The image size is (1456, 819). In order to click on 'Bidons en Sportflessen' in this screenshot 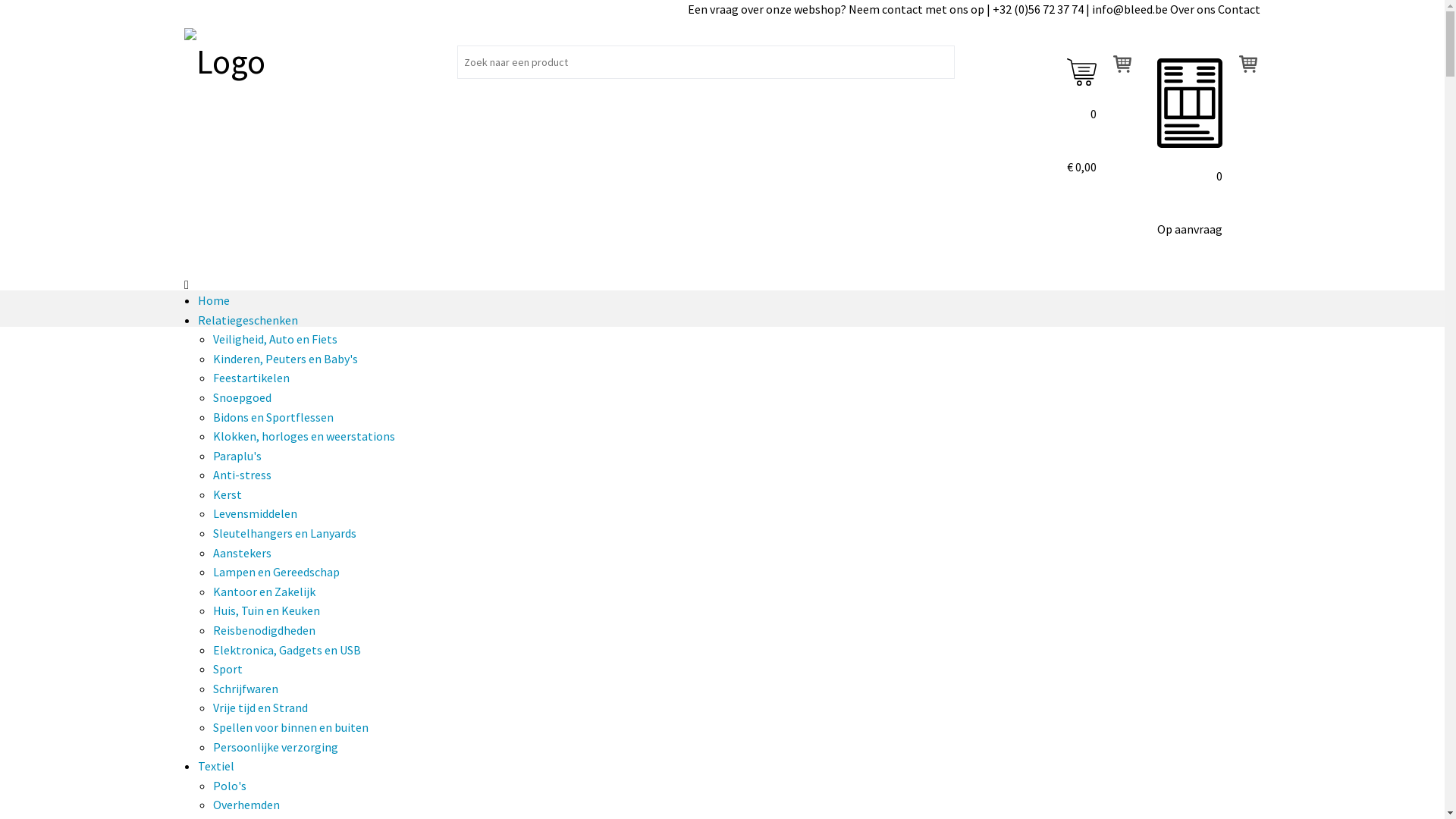, I will do `click(273, 417)`.